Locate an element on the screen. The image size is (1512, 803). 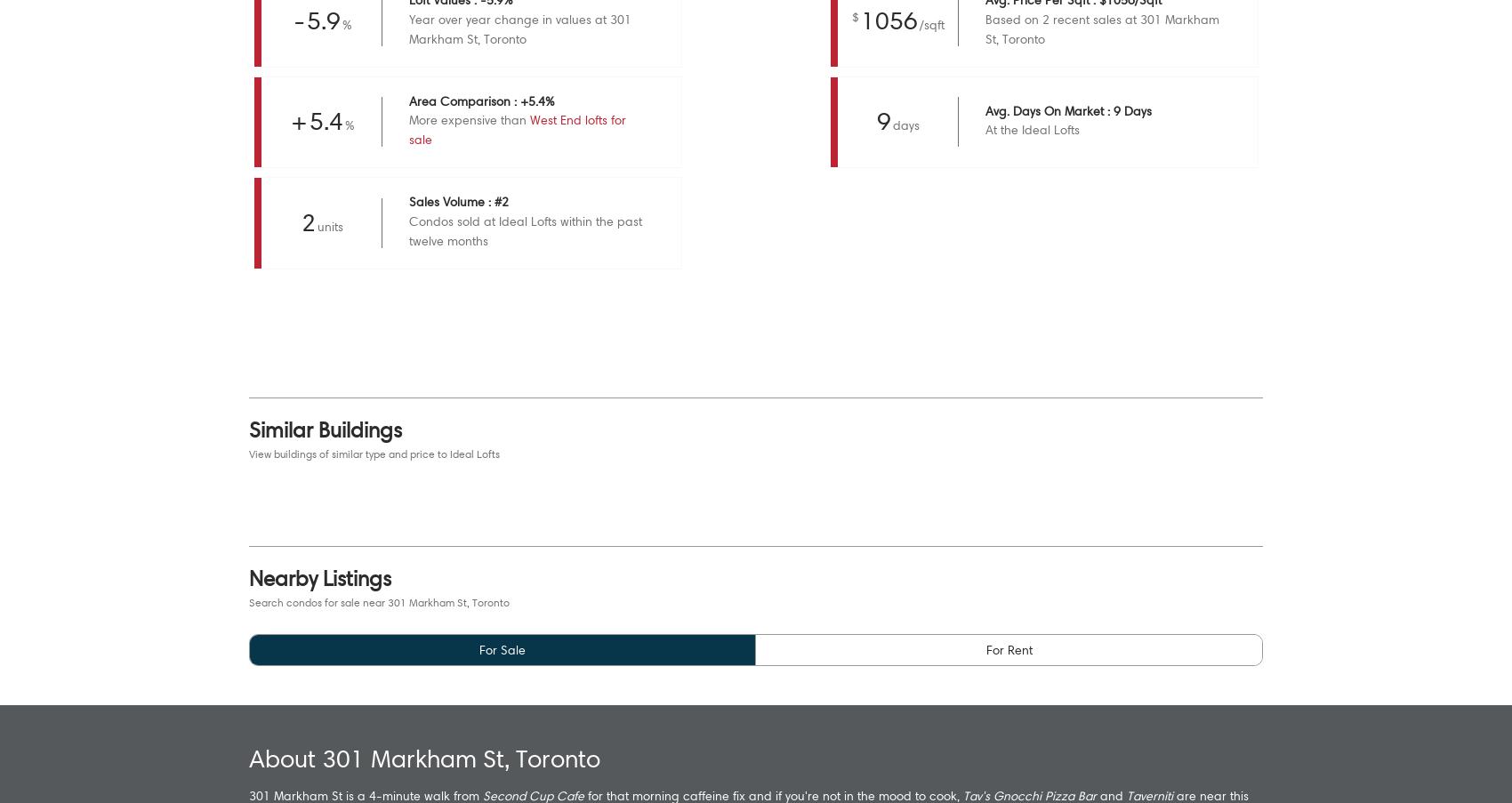
'1056' is located at coordinates (888, 19).